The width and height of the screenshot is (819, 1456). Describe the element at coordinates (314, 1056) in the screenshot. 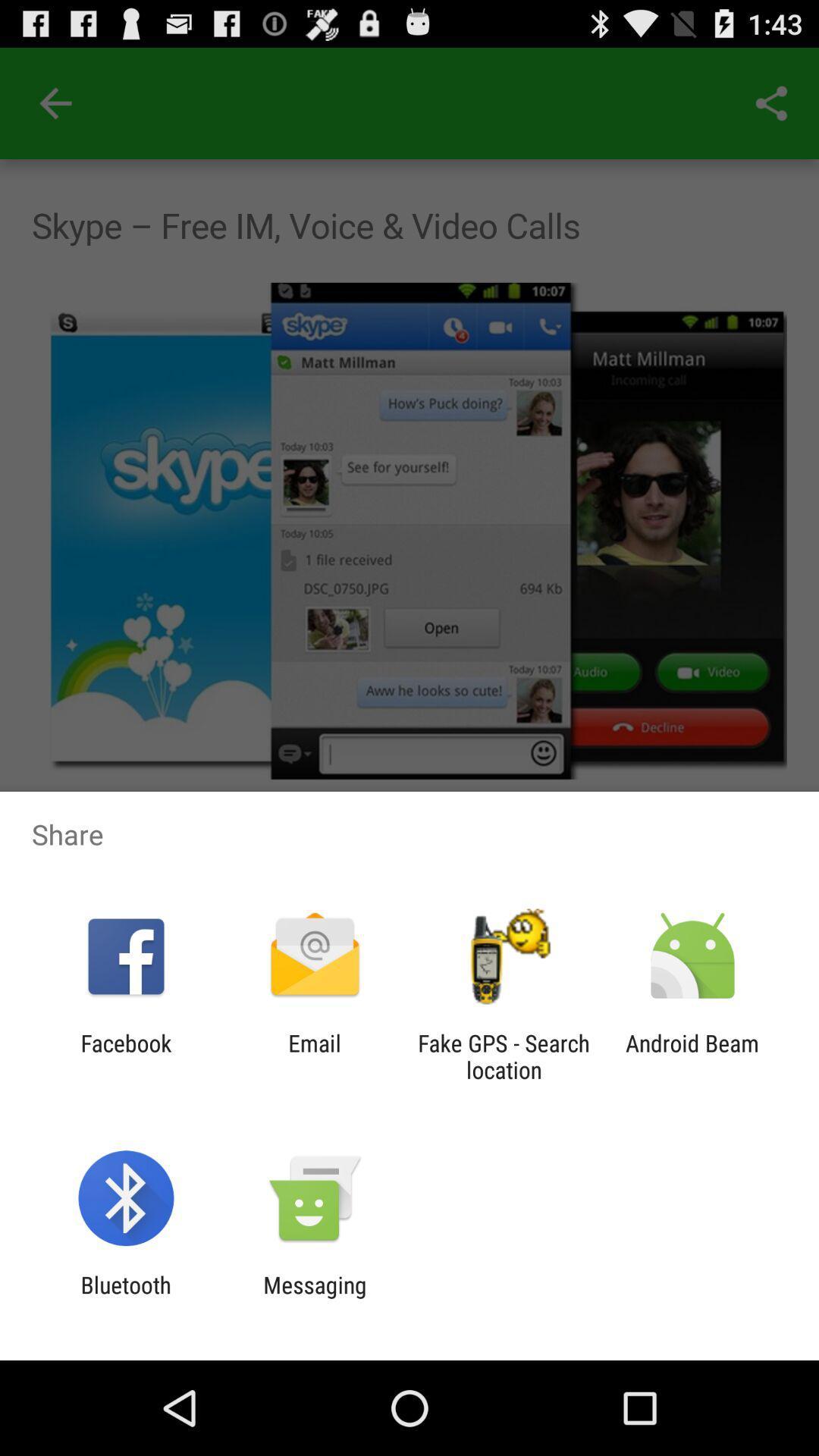

I see `icon to the left of the fake gps search item` at that location.